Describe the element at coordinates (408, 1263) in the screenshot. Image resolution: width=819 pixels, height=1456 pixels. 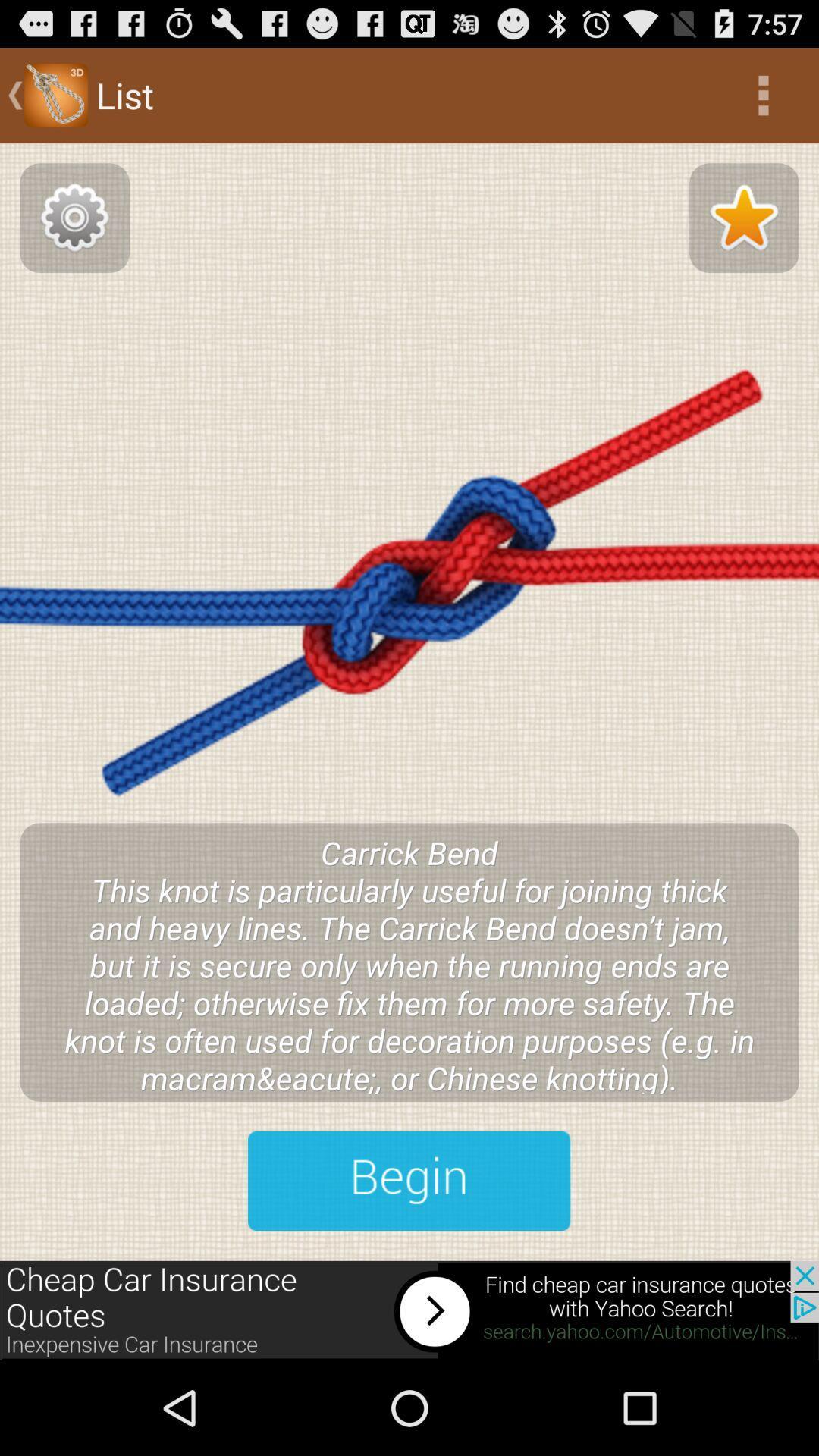
I see `the sliders icon` at that location.